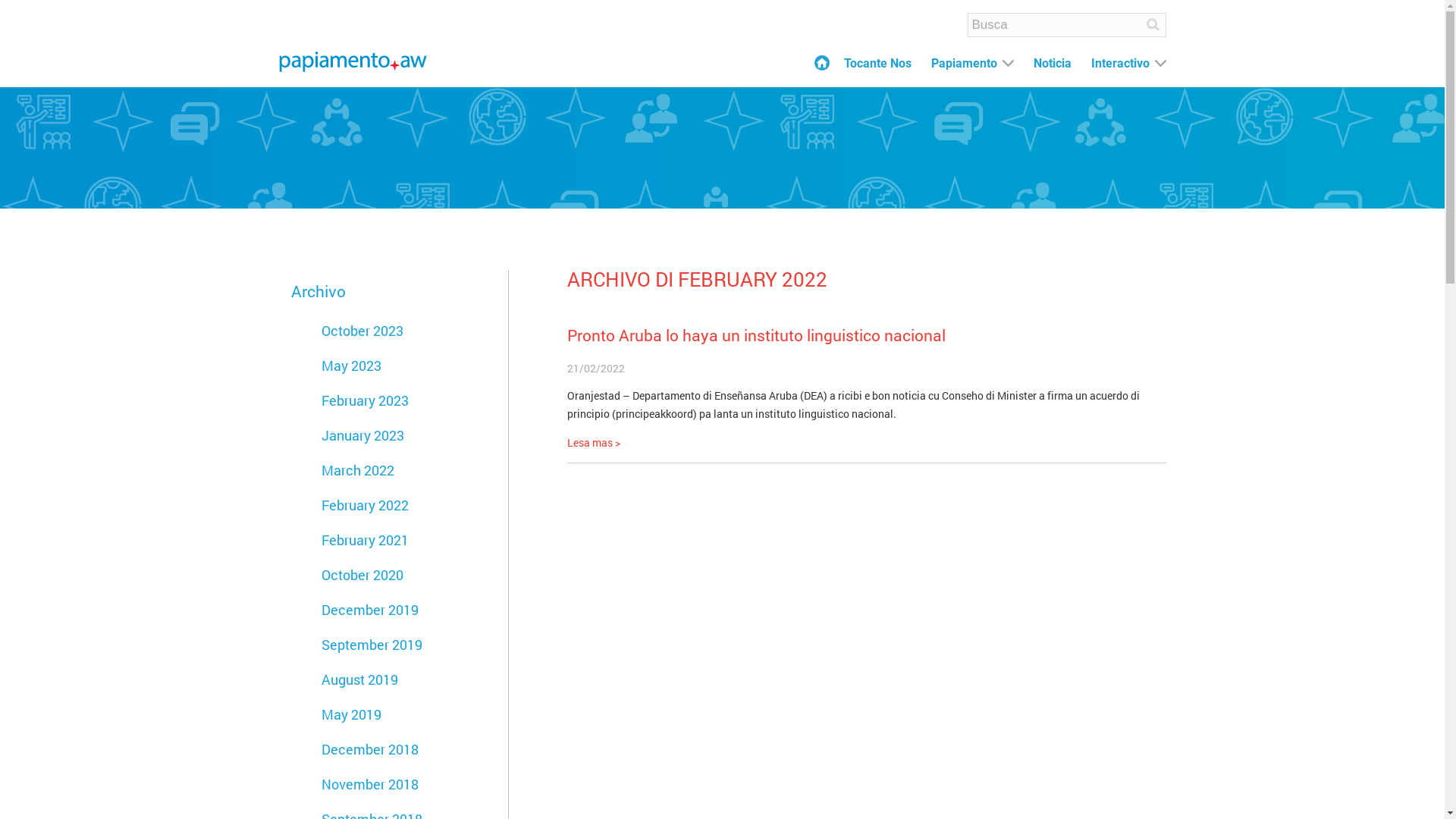 The width and height of the screenshot is (1456, 819). I want to click on 'Tocante Nos', so click(877, 63).